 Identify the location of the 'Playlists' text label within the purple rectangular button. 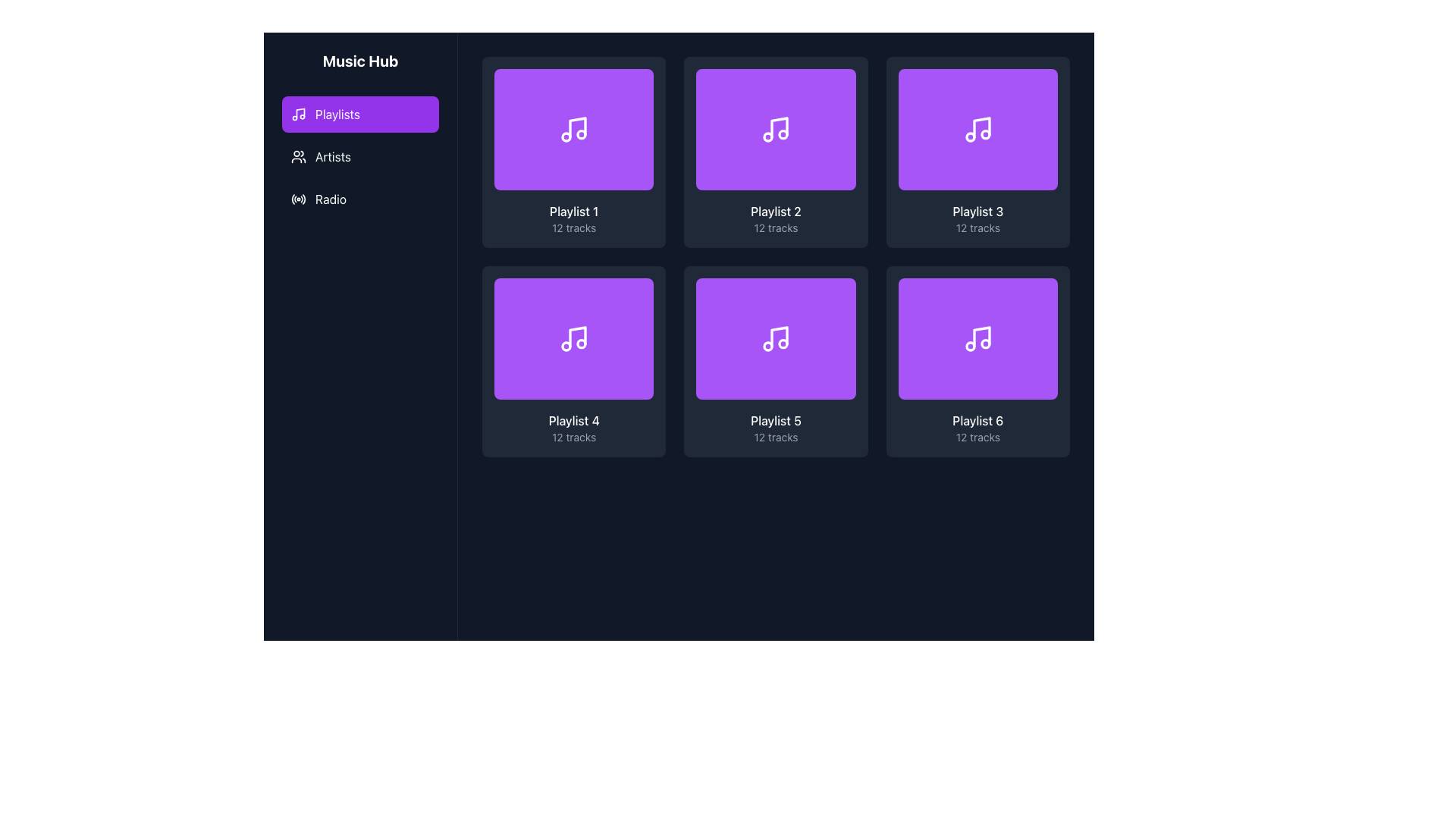
(337, 113).